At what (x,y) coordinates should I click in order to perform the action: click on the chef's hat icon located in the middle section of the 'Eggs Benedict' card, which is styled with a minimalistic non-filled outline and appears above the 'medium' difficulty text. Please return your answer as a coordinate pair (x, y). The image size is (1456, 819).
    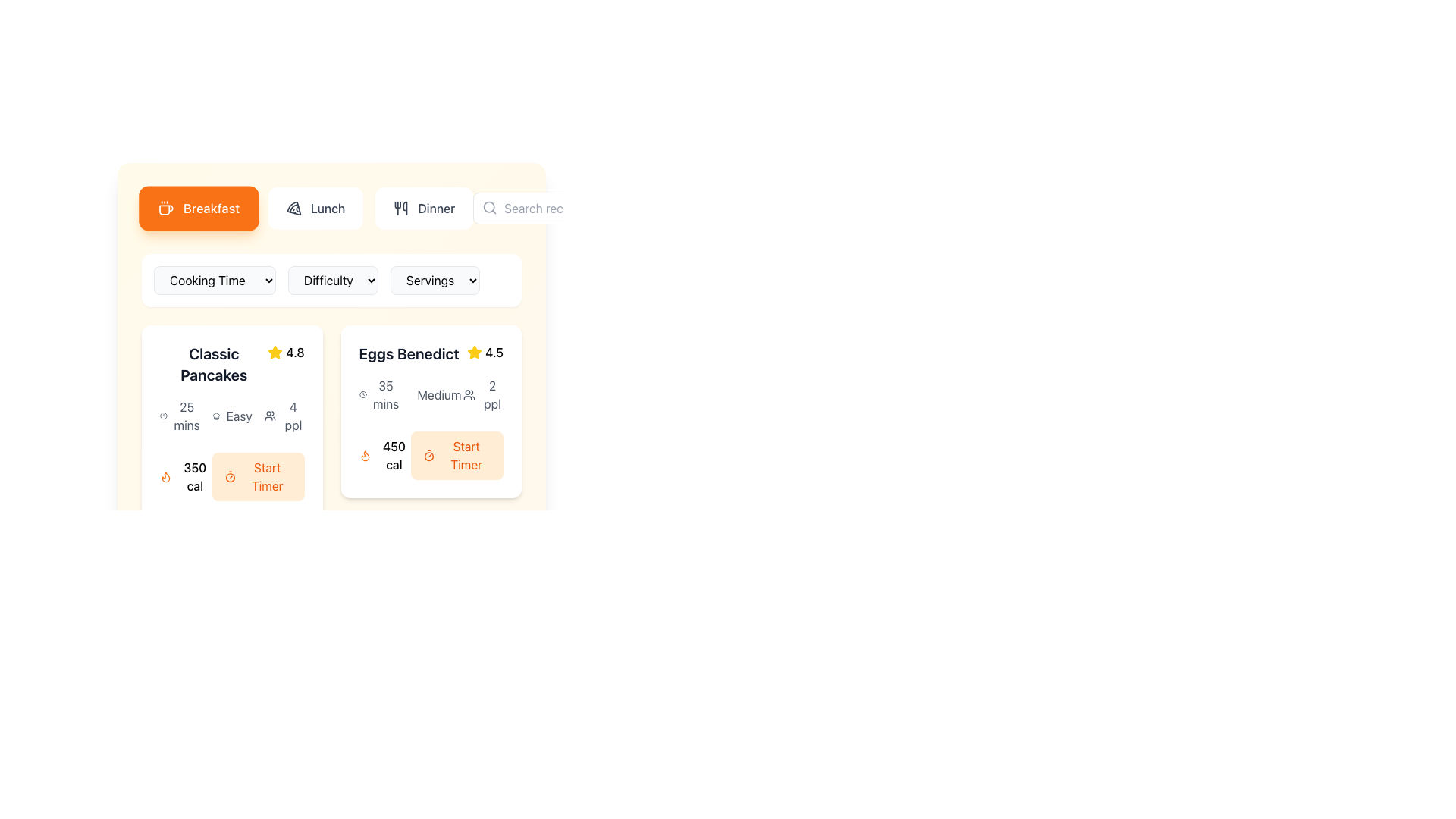
    Looking at the image, I should click on (420, 396).